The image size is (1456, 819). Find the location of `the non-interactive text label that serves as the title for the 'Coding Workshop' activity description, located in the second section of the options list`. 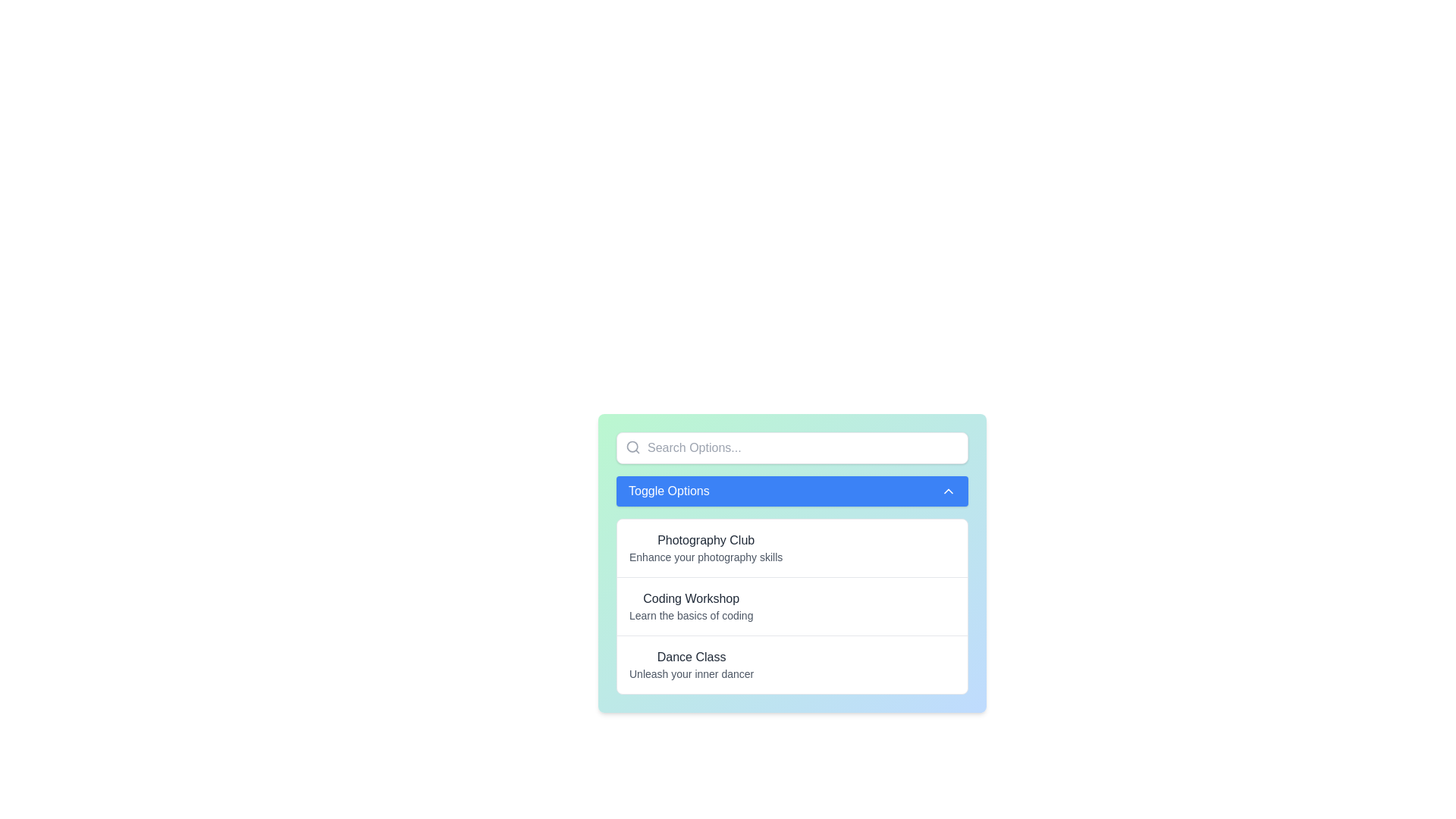

the non-interactive text label that serves as the title for the 'Coding Workshop' activity description, located in the second section of the options list is located at coordinates (690, 598).